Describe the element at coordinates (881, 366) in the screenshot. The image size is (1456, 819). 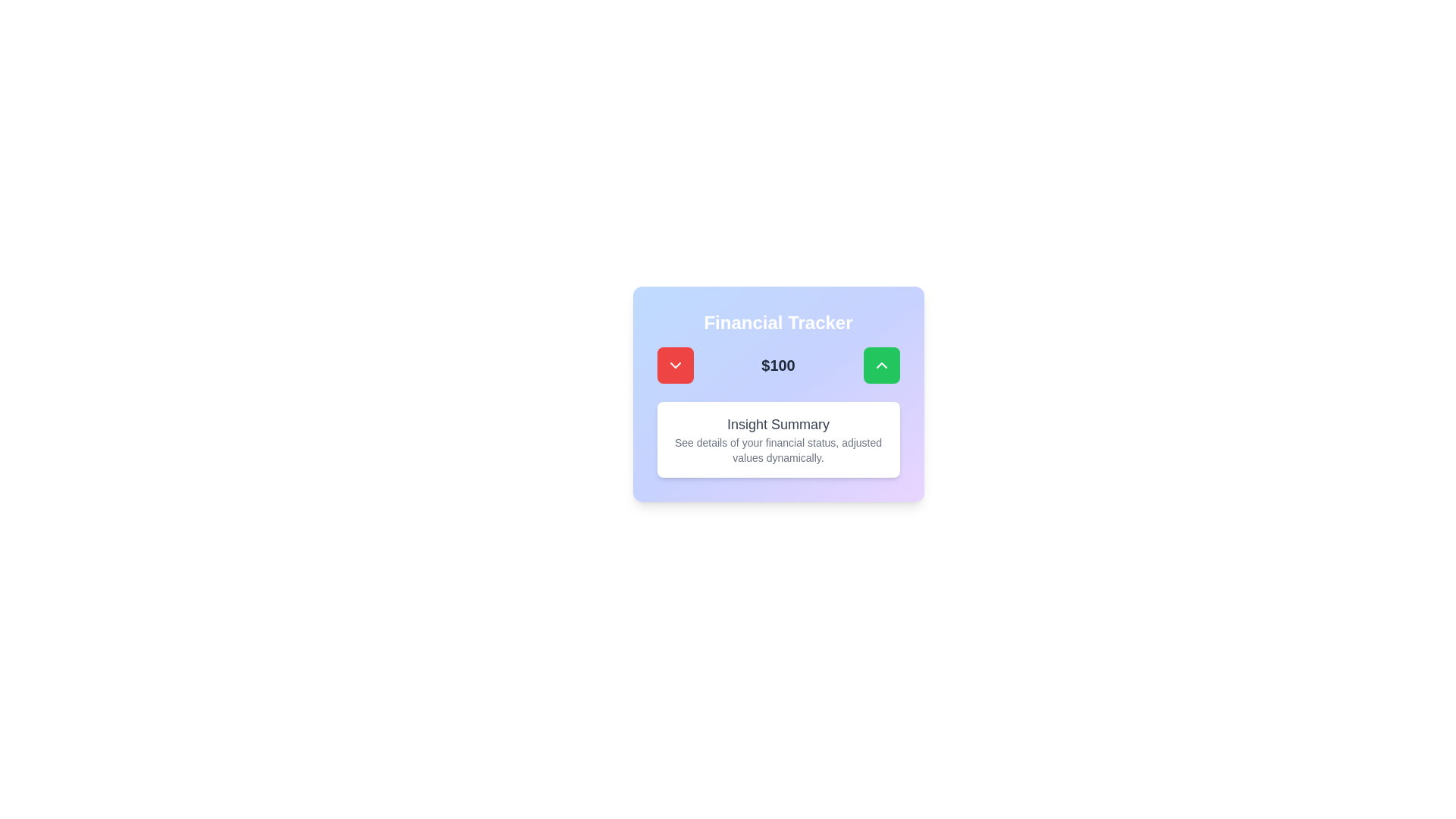
I see `the green chevron-up button located at the top-left of the 'Financial Tracker' card to receive feedback` at that location.